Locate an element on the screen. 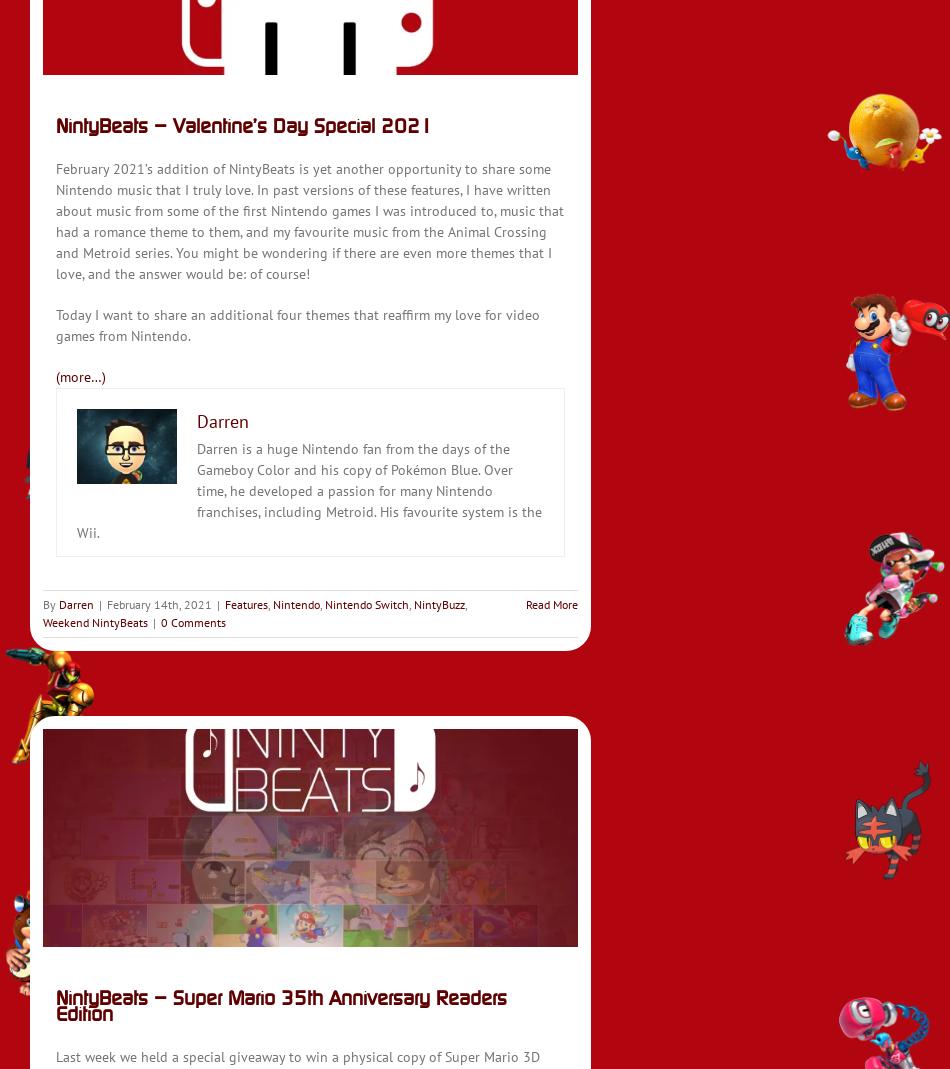 The height and width of the screenshot is (1069, 950). 'Today I want to share an additional four themes that reaffirm my love for video games from Nintendo.' is located at coordinates (297, 325).